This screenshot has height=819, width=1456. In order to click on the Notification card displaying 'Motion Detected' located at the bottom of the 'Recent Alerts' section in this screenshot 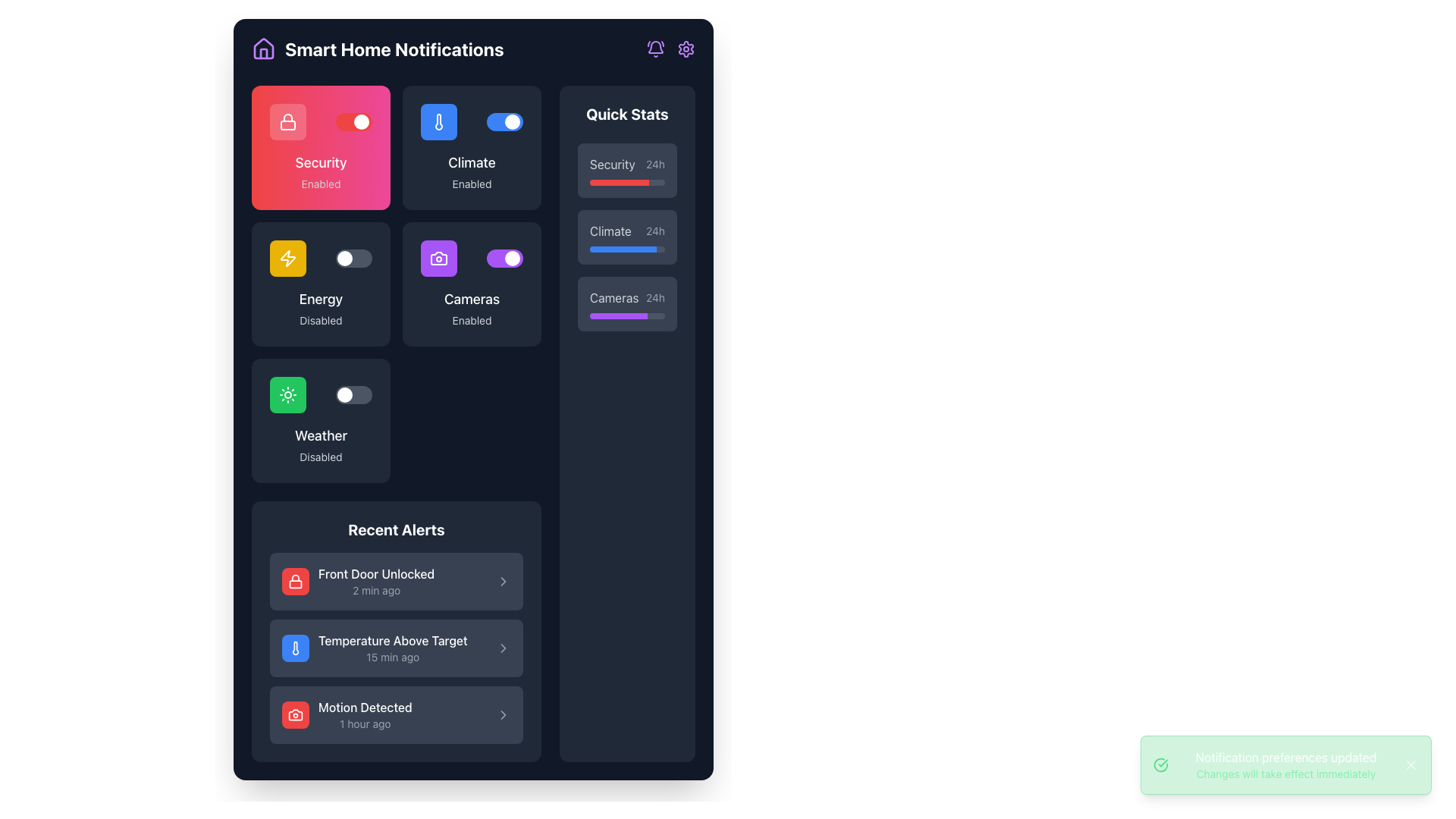, I will do `click(346, 714)`.